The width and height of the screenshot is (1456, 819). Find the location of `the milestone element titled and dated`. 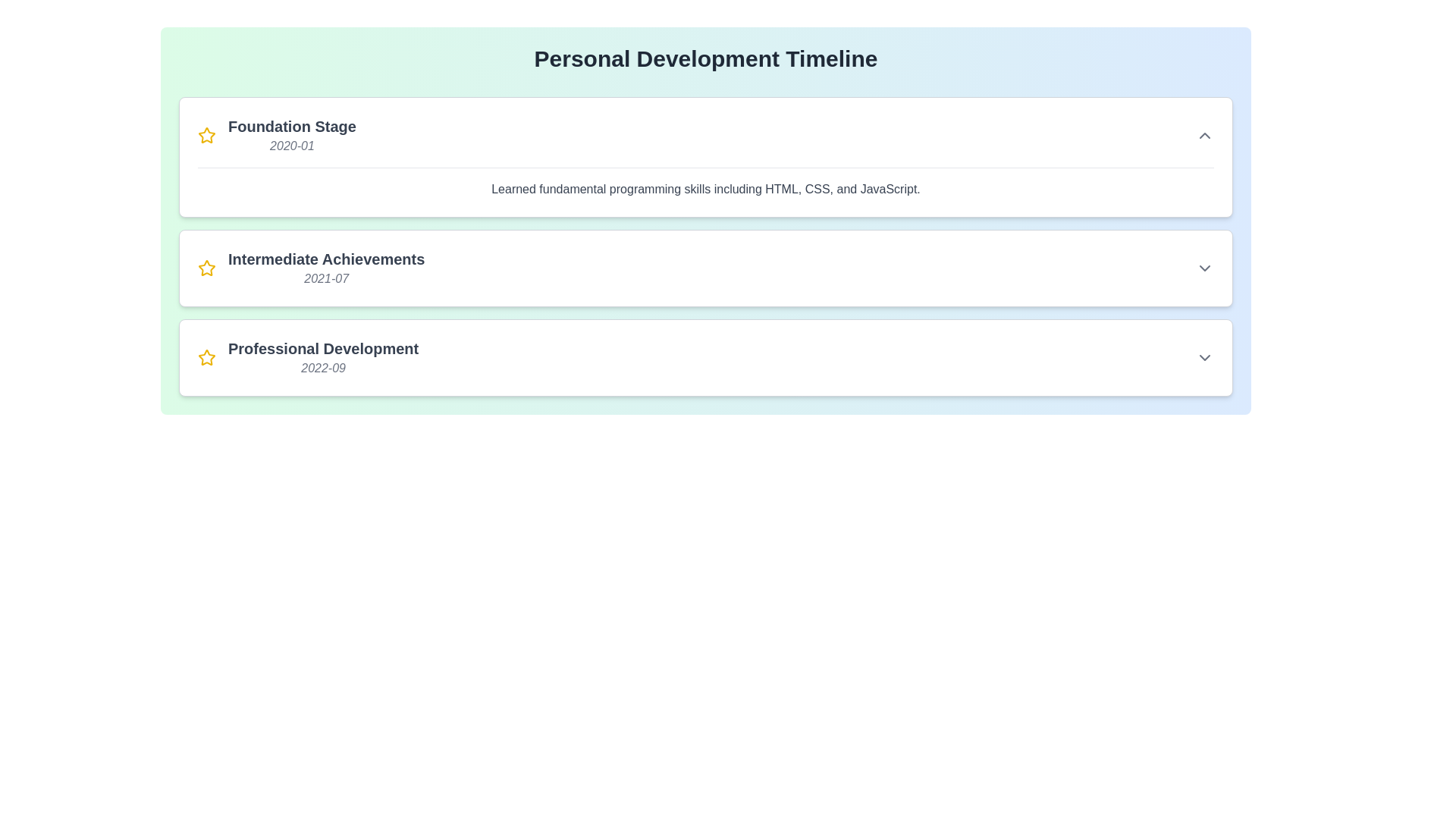

the milestone element titled and dated is located at coordinates (307, 357).